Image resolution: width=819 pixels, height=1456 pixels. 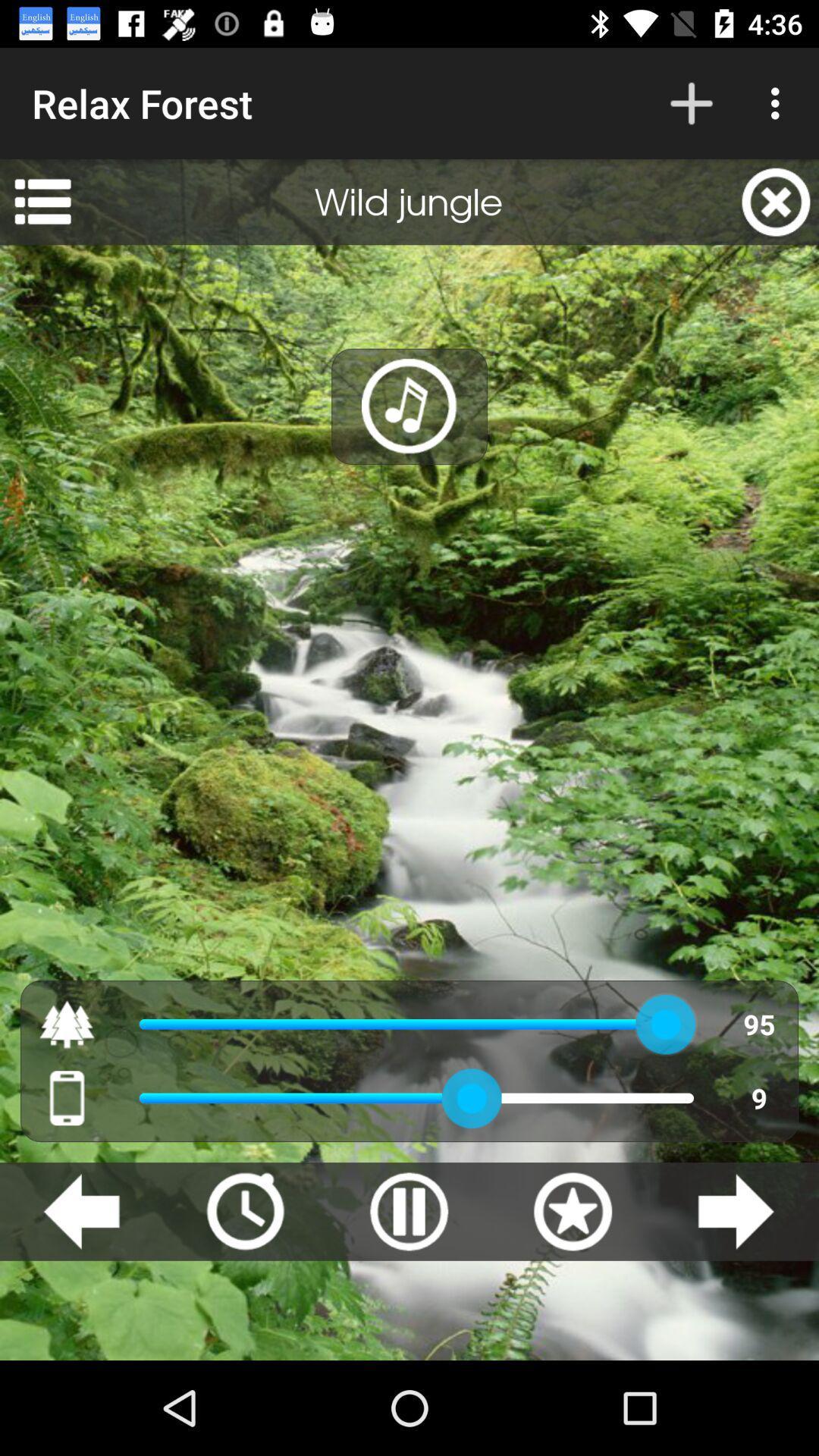 What do you see at coordinates (42, 201) in the screenshot?
I see `app next to the wild jungle` at bounding box center [42, 201].